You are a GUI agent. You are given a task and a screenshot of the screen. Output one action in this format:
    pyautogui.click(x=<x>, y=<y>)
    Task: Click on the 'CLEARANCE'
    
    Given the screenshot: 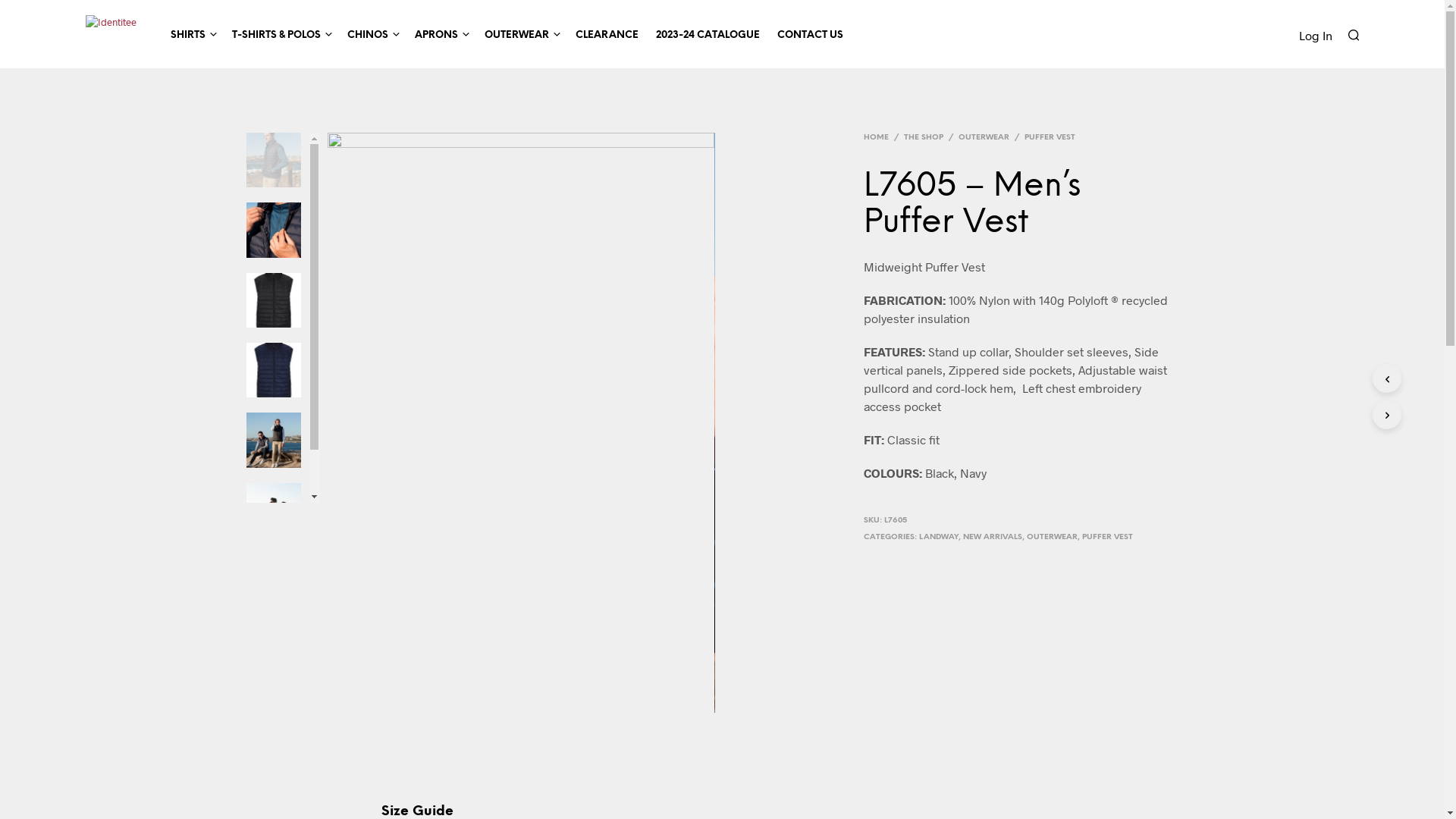 What is the action you would take?
    pyautogui.click(x=605, y=34)
    